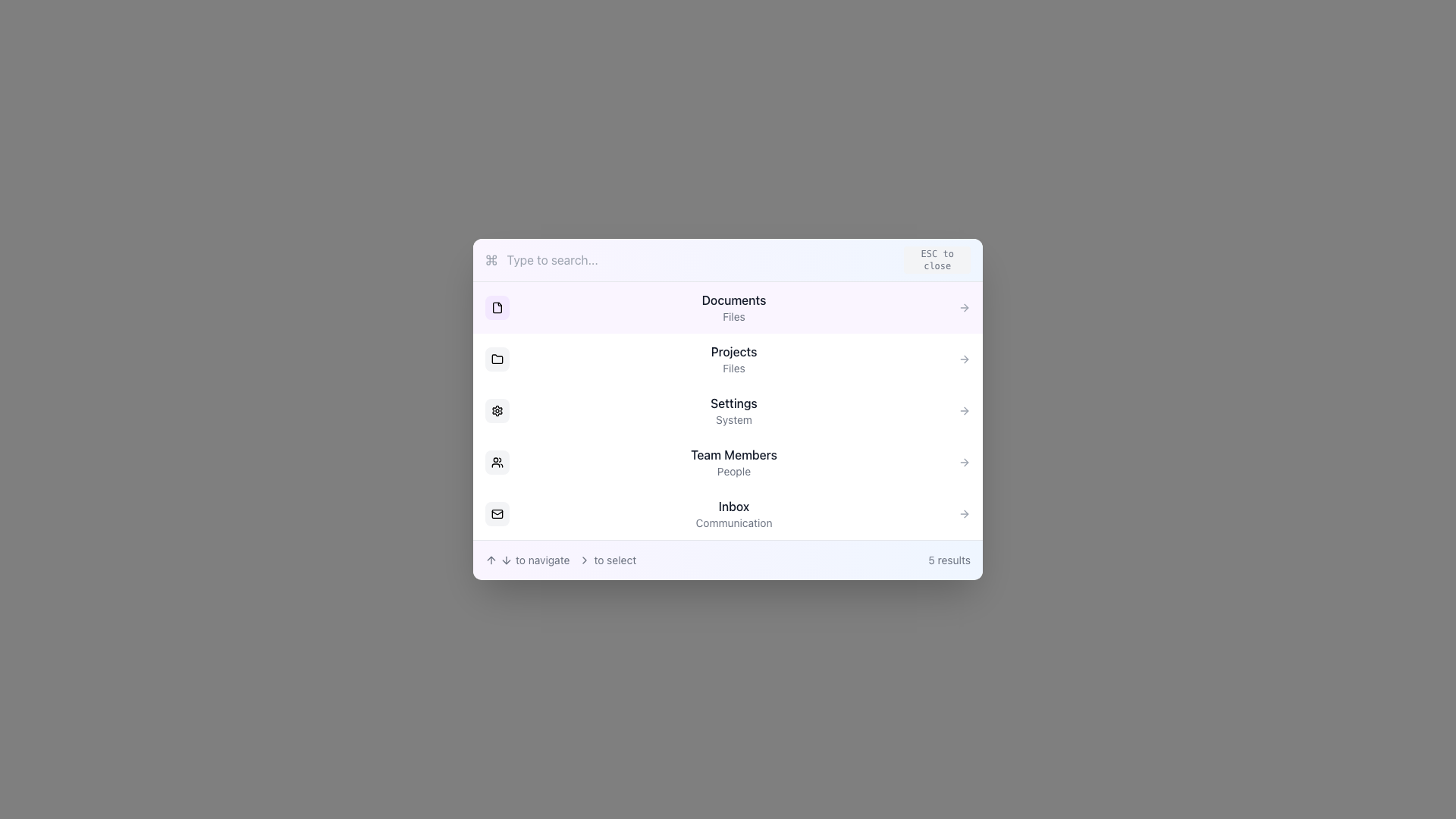 The image size is (1456, 819). What do you see at coordinates (497, 307) in the screenshot?
I see `the 'Documents' icon located at the top-left corner of the main list in the menu, which visually represents the 'Documents' section` at bounding box center [497, 307].